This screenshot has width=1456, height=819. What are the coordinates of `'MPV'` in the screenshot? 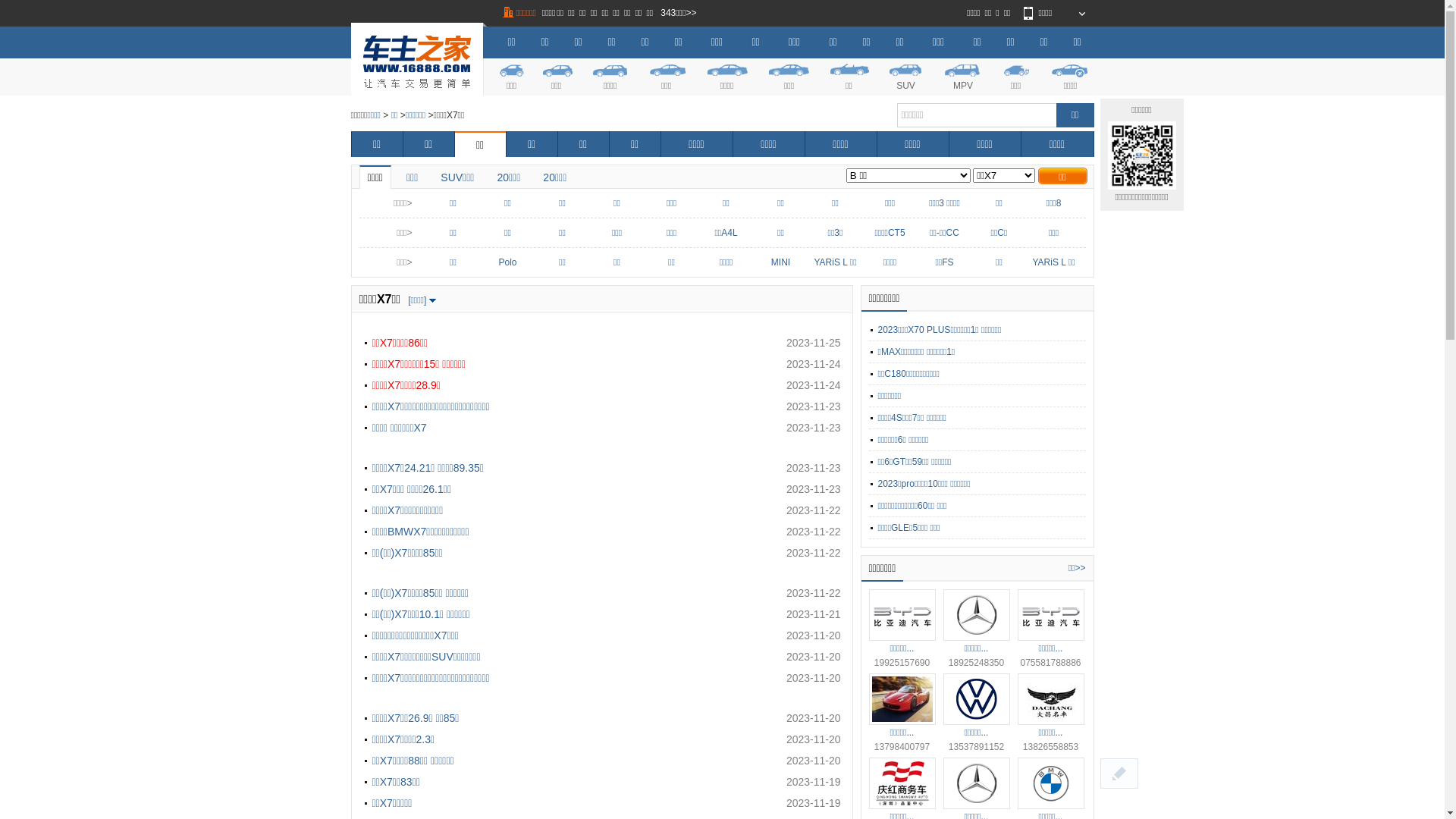 It's located at (962, 75).